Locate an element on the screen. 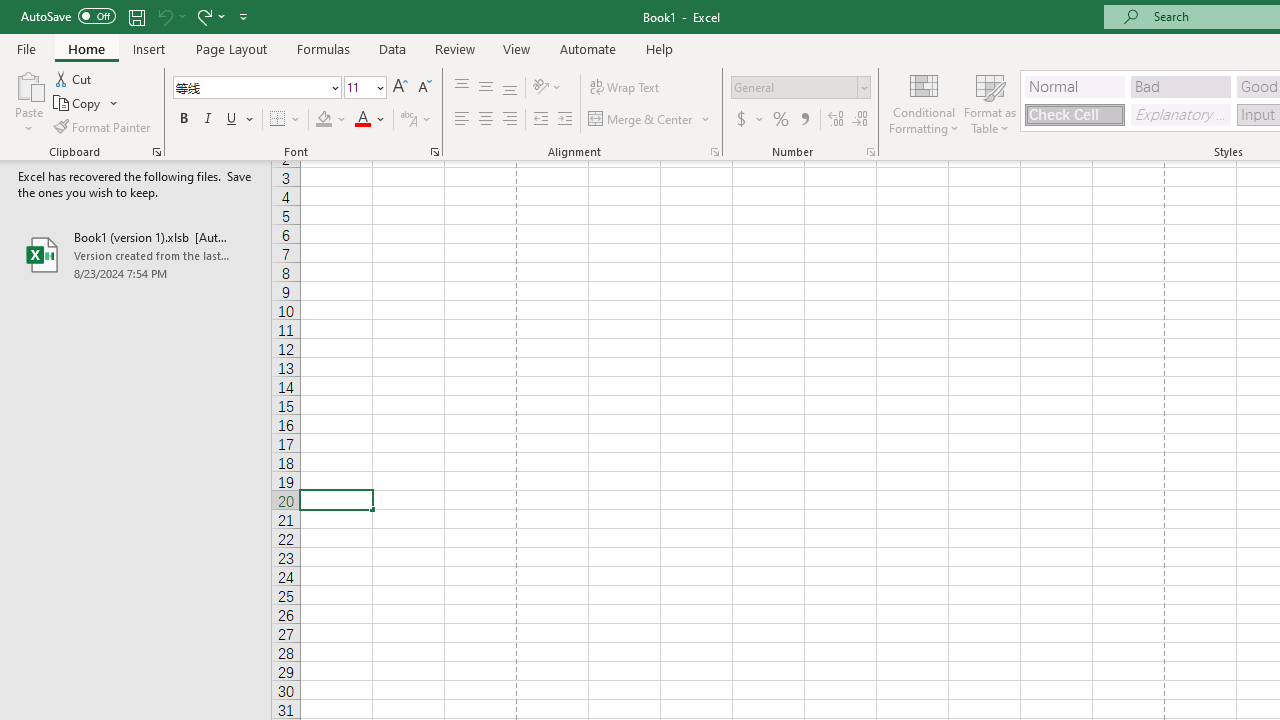 The height and width of the screenshot is (720, 1280). 'Redo' is located at coordinates (209, 16).